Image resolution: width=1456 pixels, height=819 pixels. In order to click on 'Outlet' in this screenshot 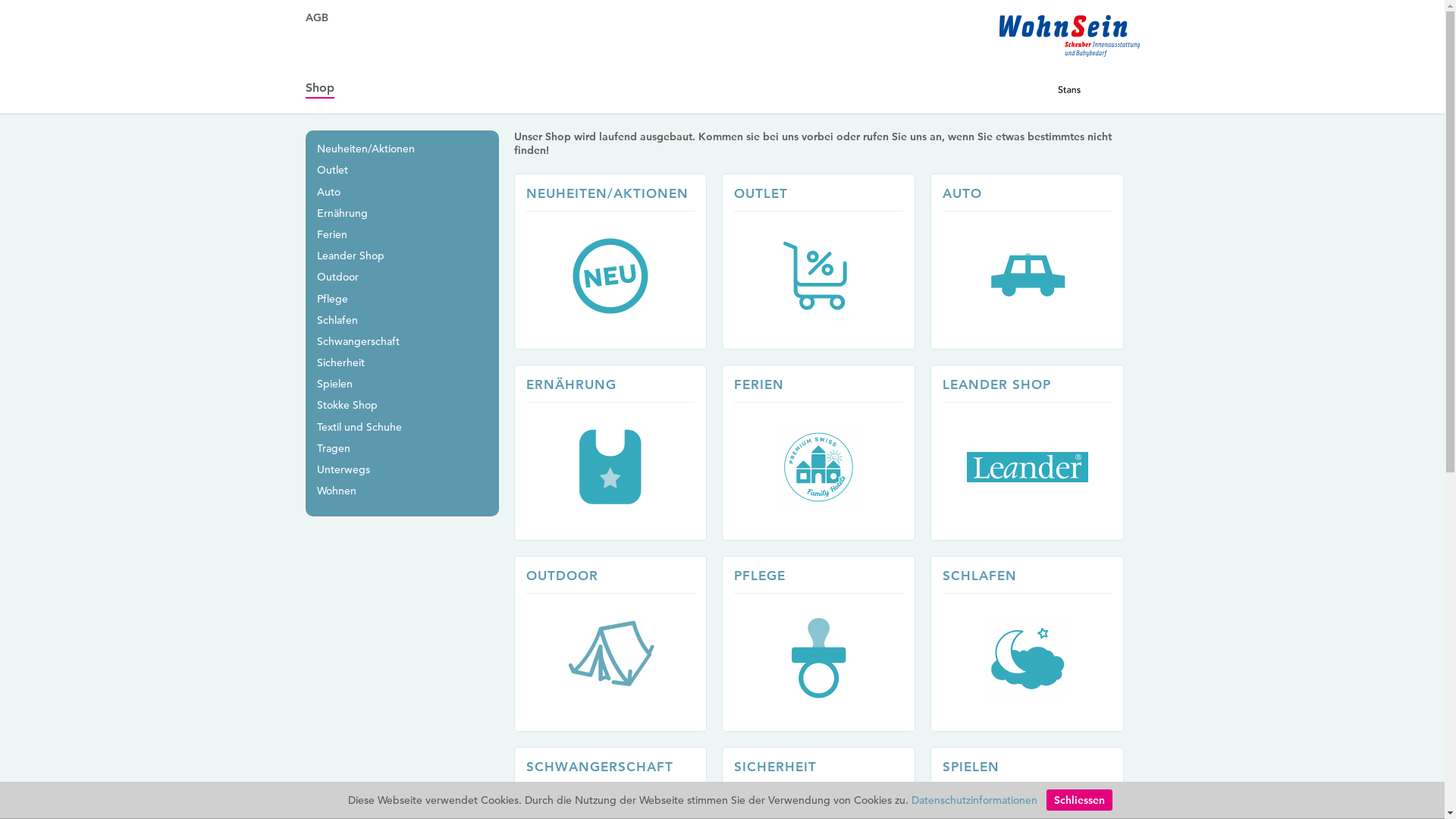, I will do `click(331, 169)`.